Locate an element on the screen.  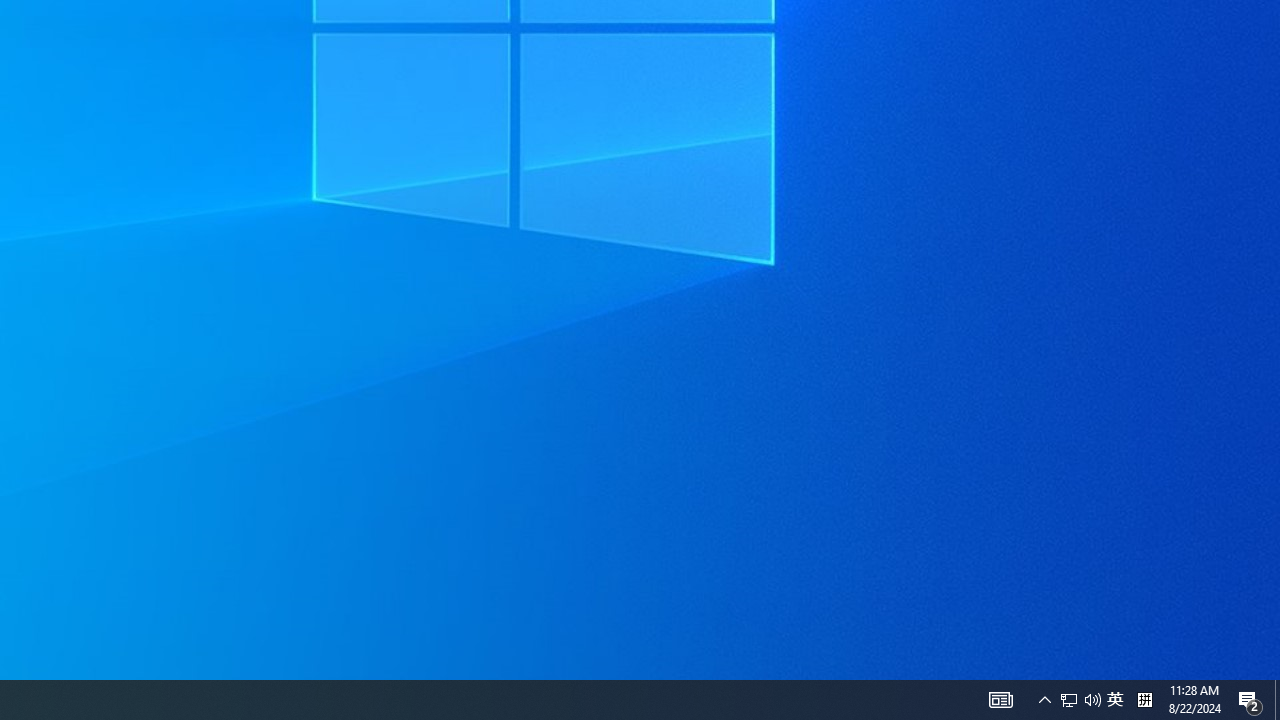
'Action Center, 2 new notifications' is located at coordinates (1250, 698).